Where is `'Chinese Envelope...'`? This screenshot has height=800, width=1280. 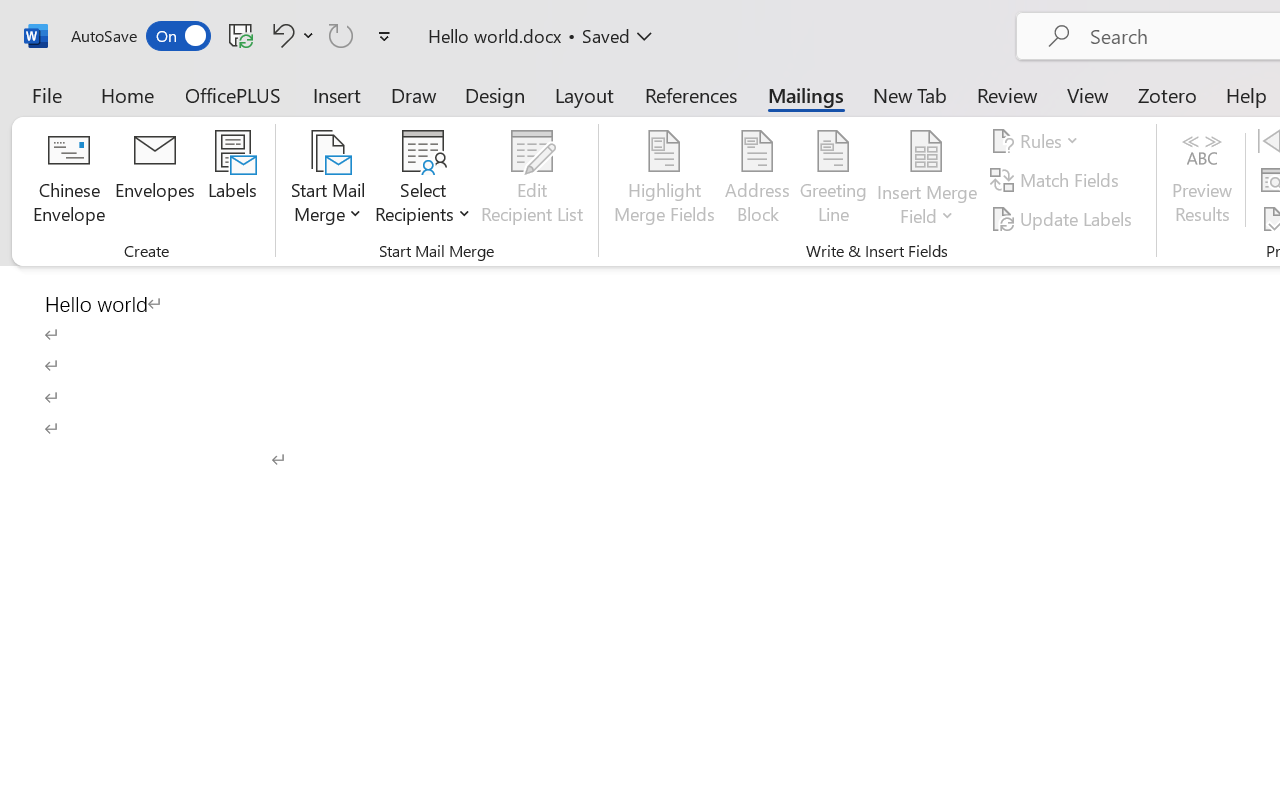 'Chinese Envelope...' is located at coordinates (69, 179).